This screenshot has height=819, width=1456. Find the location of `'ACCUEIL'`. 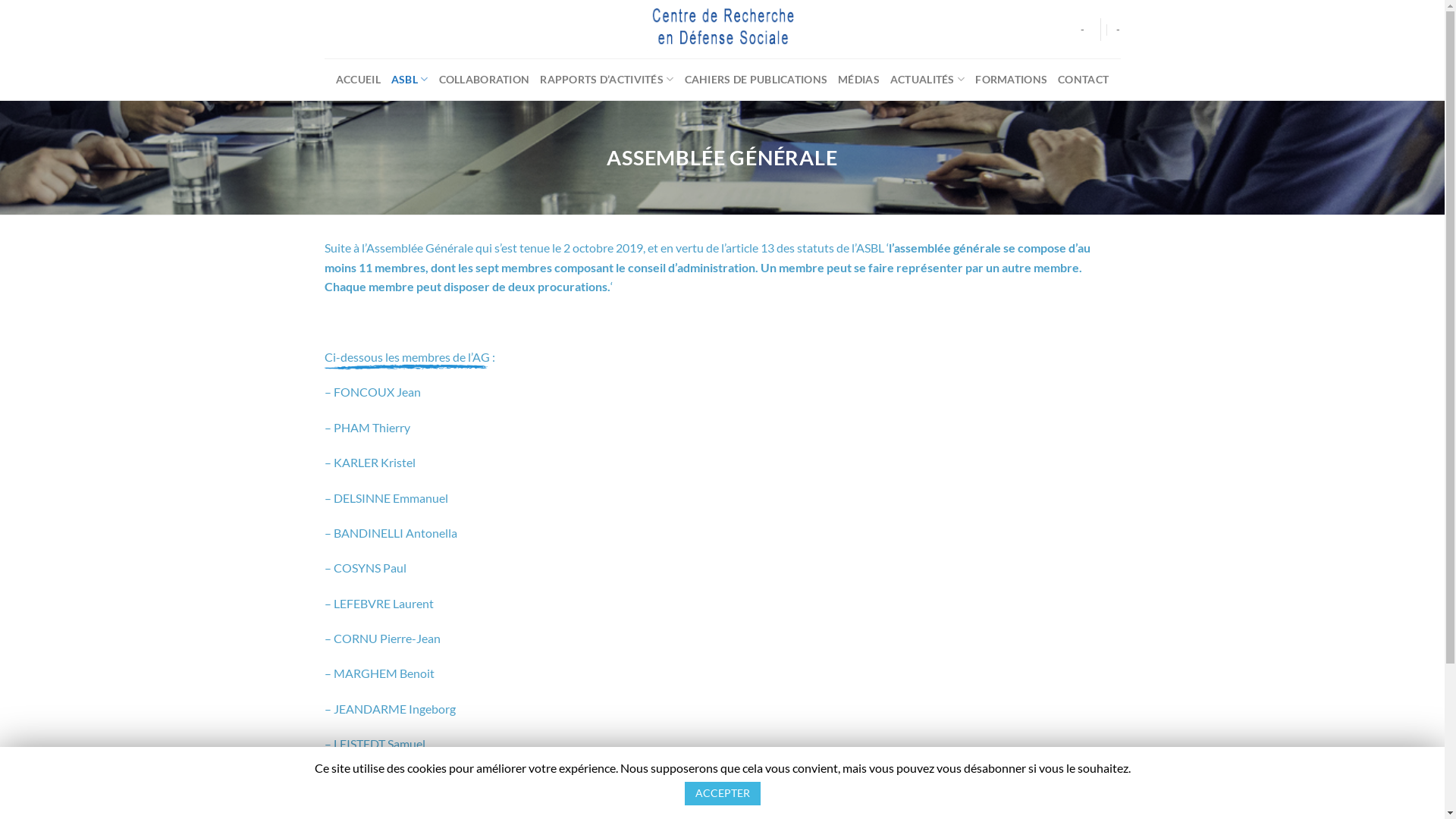

'ACCUEIL' is located at coordinates (357, 79).